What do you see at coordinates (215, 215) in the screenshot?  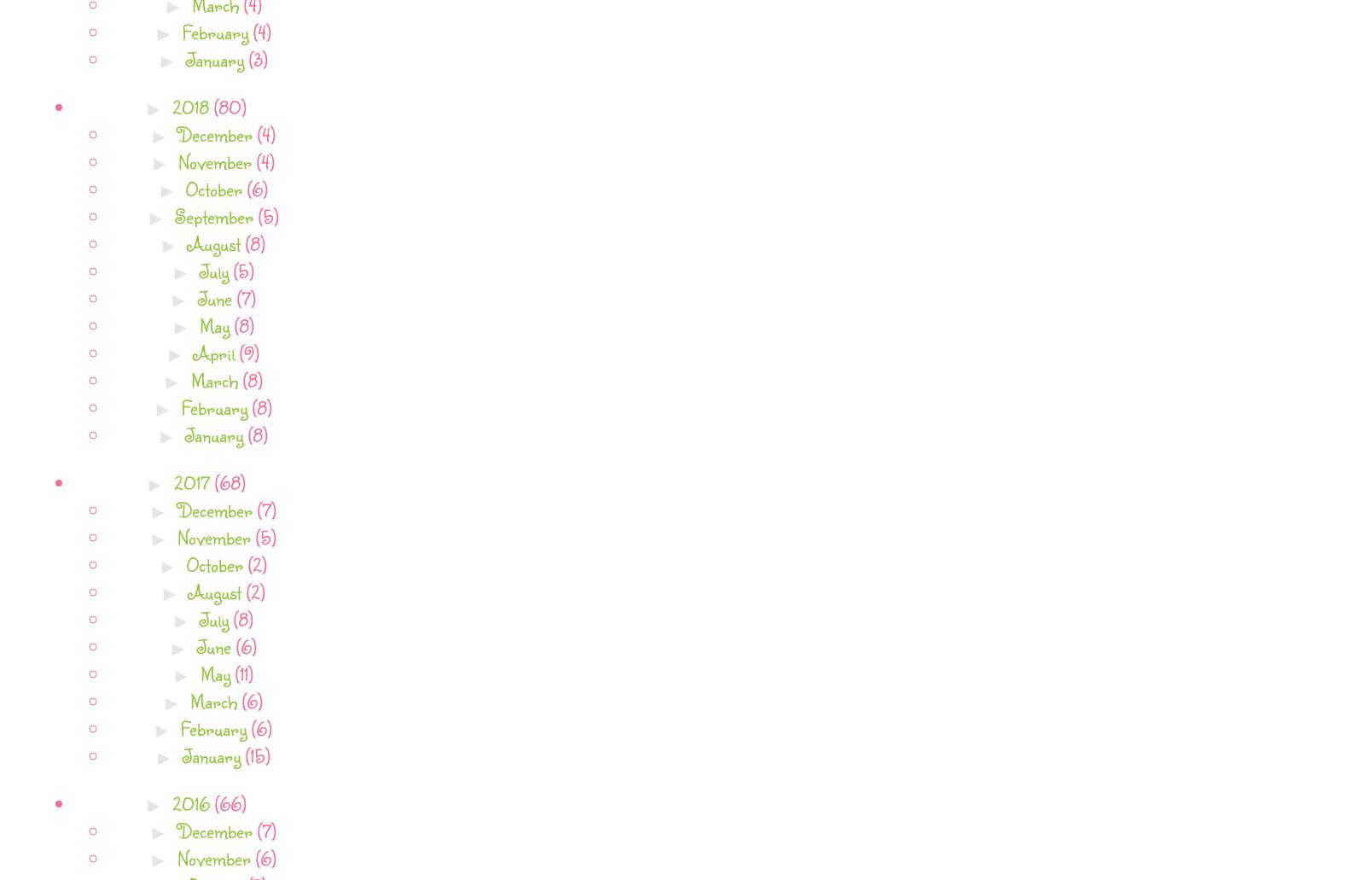 I see `'September'` at bounding box center [215, 215].